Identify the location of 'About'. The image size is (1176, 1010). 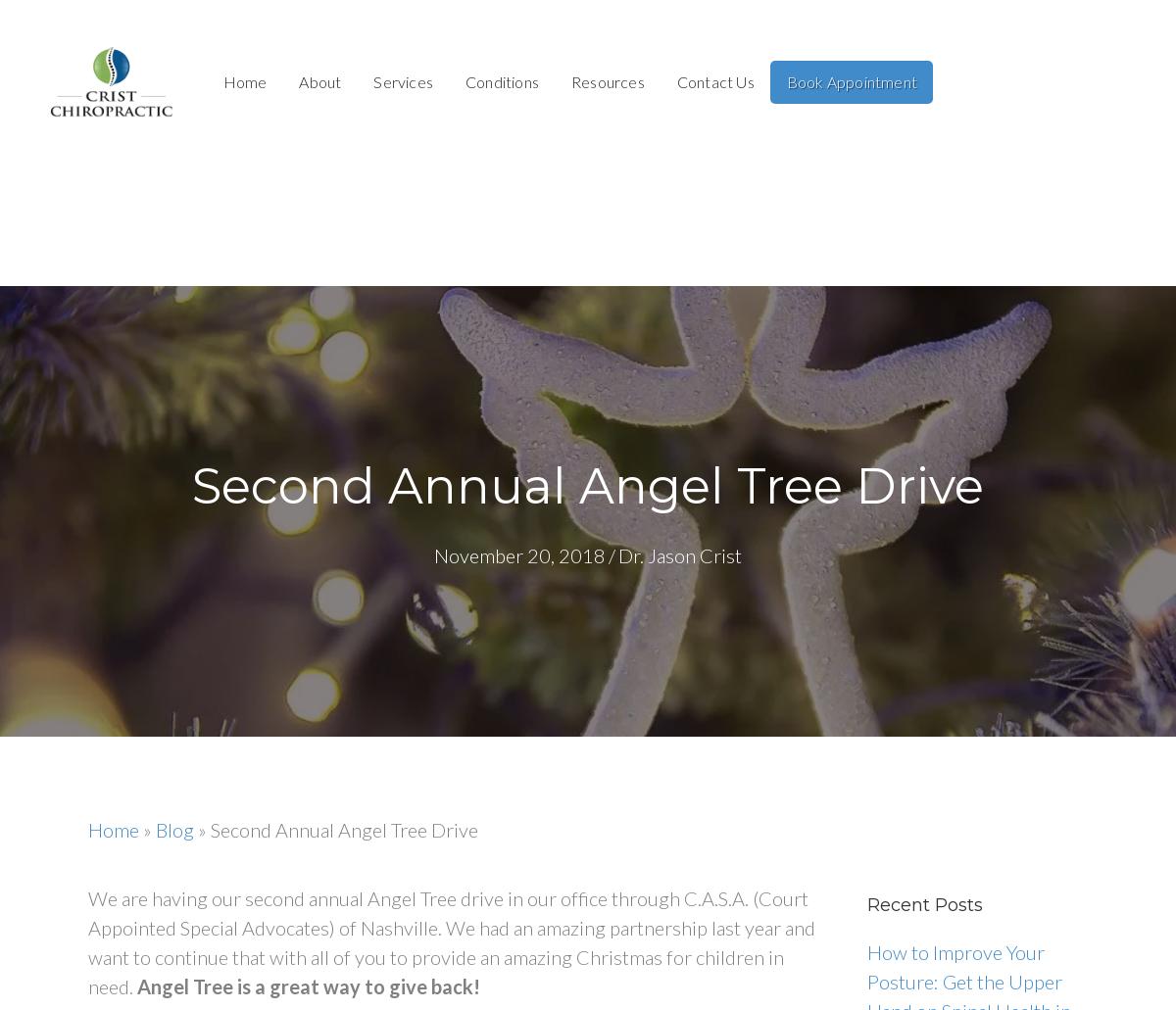
(319, 81).